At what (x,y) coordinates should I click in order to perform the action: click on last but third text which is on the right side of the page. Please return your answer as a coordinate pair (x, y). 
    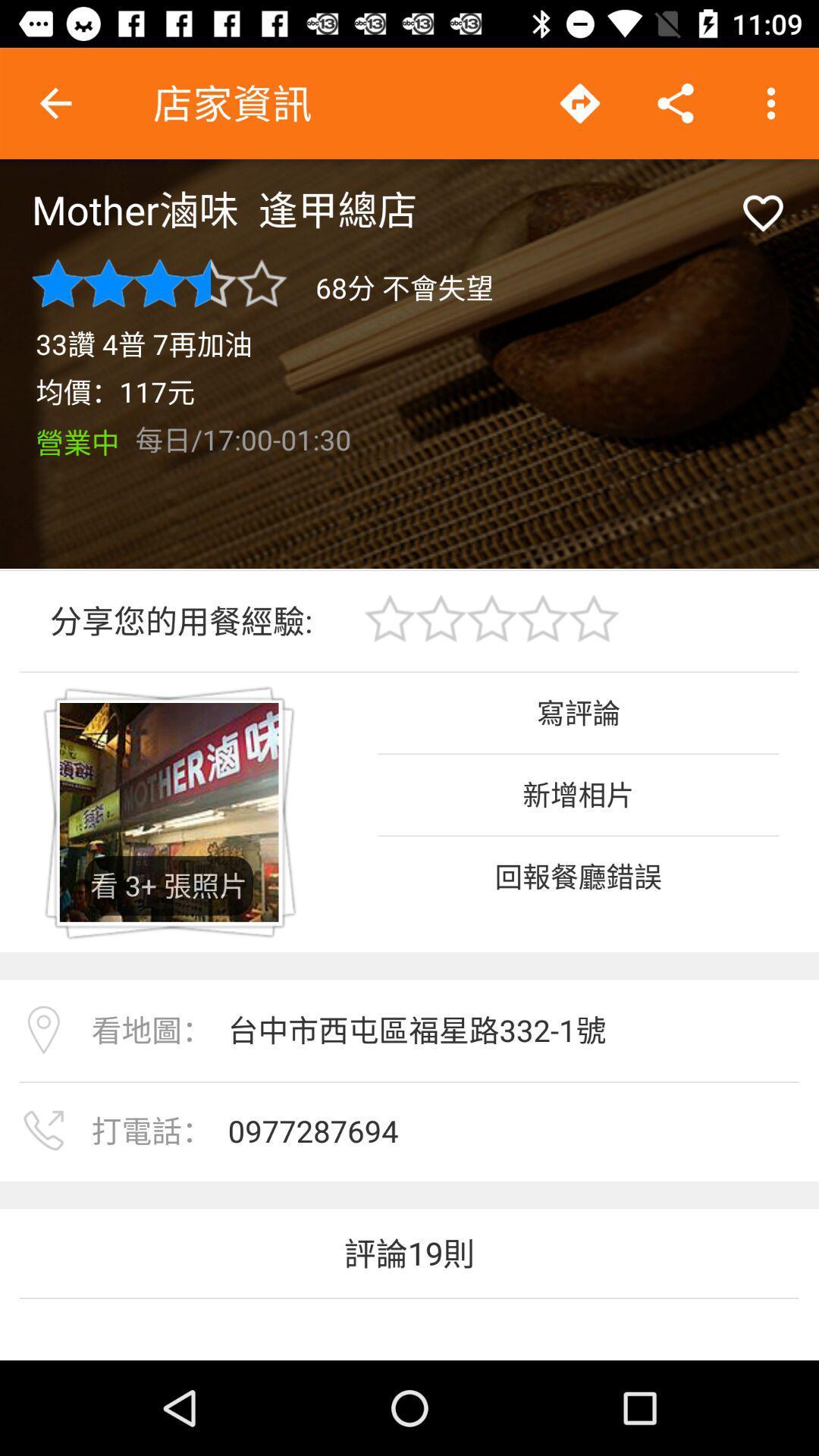
    Looking at the image, I should click on (579, 876).